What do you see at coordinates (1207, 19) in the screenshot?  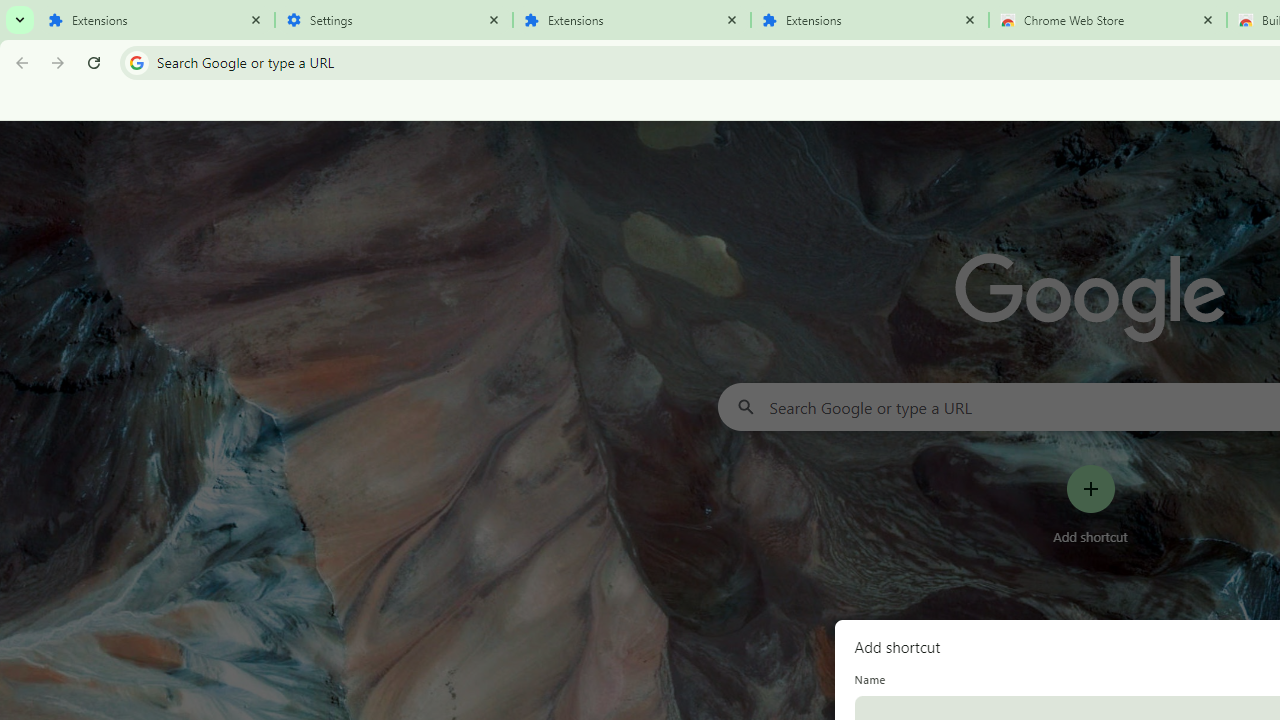 I see `'Close'` at bounding box center [1207, 19].